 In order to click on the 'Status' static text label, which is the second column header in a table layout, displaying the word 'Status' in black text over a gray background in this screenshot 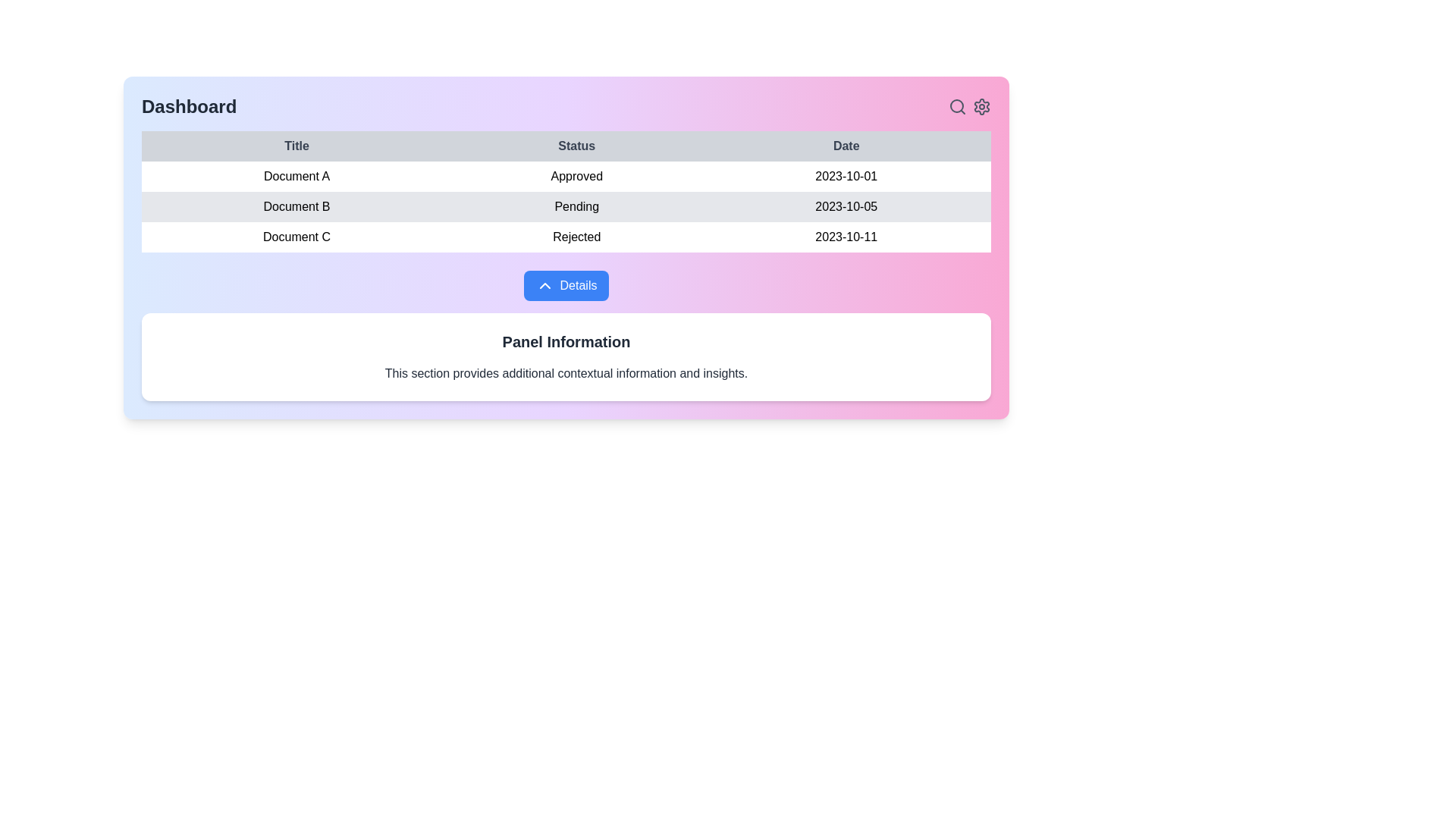, I will do `click(576, 146)`.